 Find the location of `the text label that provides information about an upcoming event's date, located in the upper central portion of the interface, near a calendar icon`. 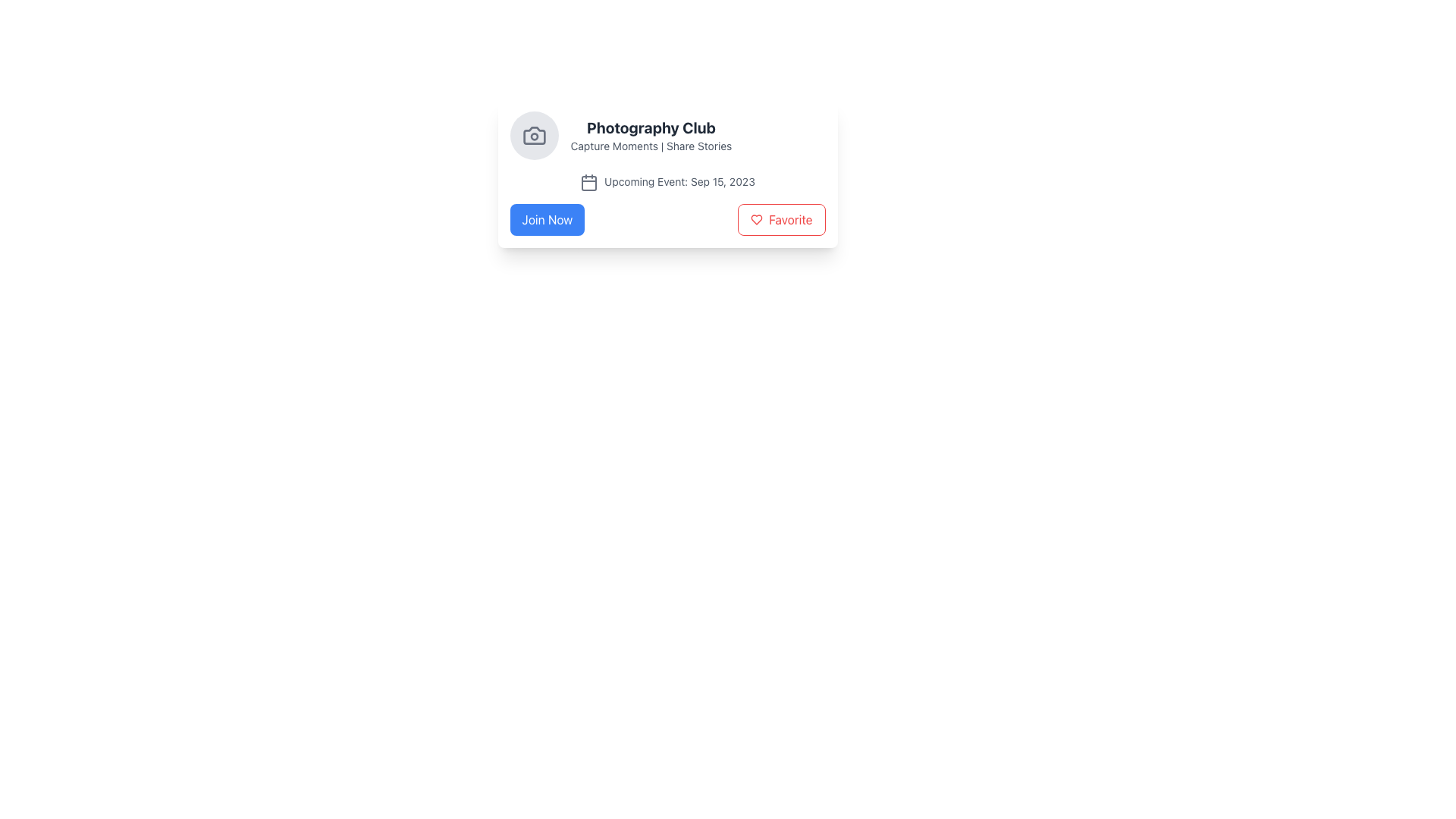

the text label that provides information about an upcoming event's date, located in the upper central portion of the interface, near a calendar icon is located at coordinates (679, 180).